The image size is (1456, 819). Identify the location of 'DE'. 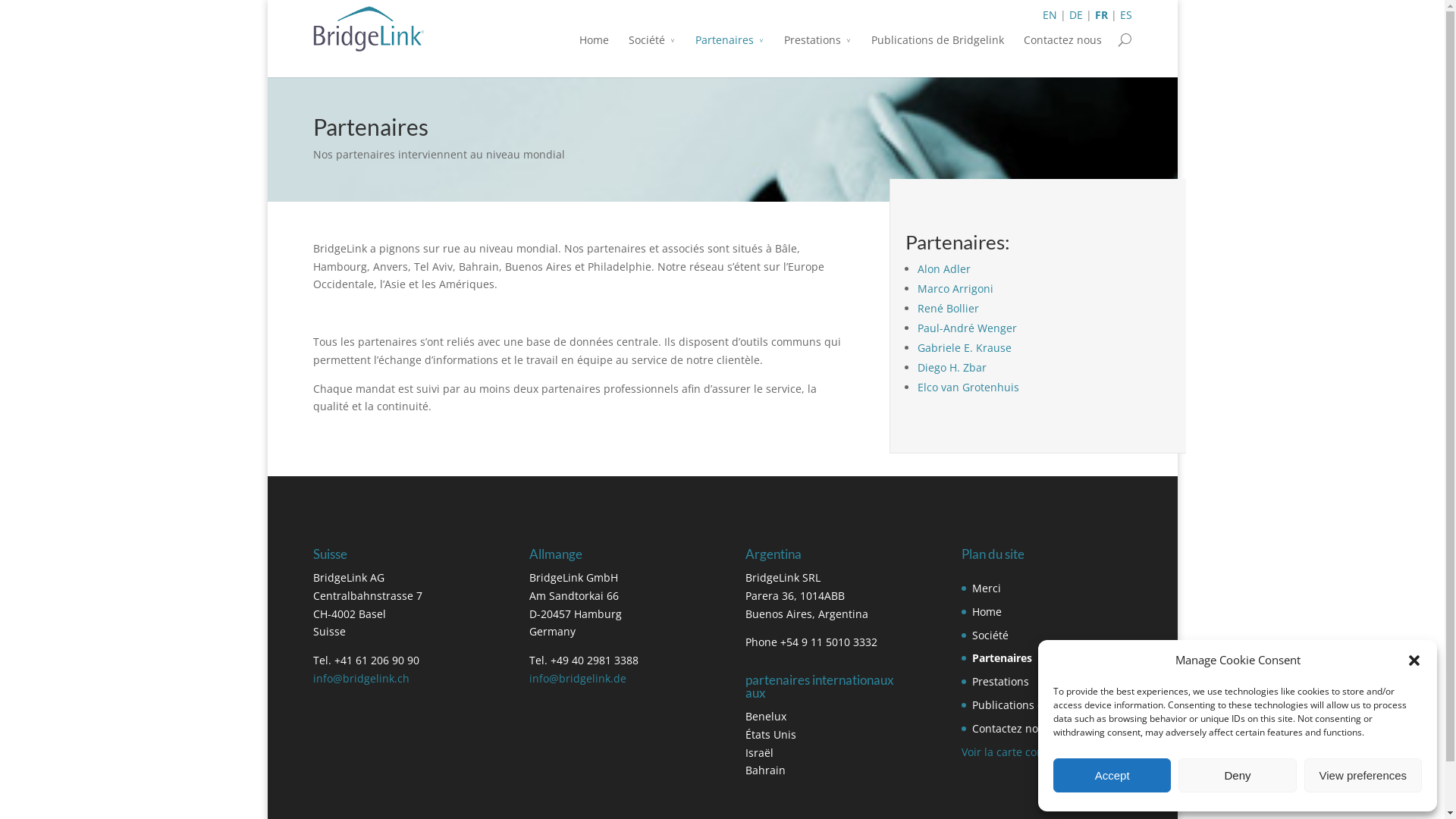
(1068, 14).